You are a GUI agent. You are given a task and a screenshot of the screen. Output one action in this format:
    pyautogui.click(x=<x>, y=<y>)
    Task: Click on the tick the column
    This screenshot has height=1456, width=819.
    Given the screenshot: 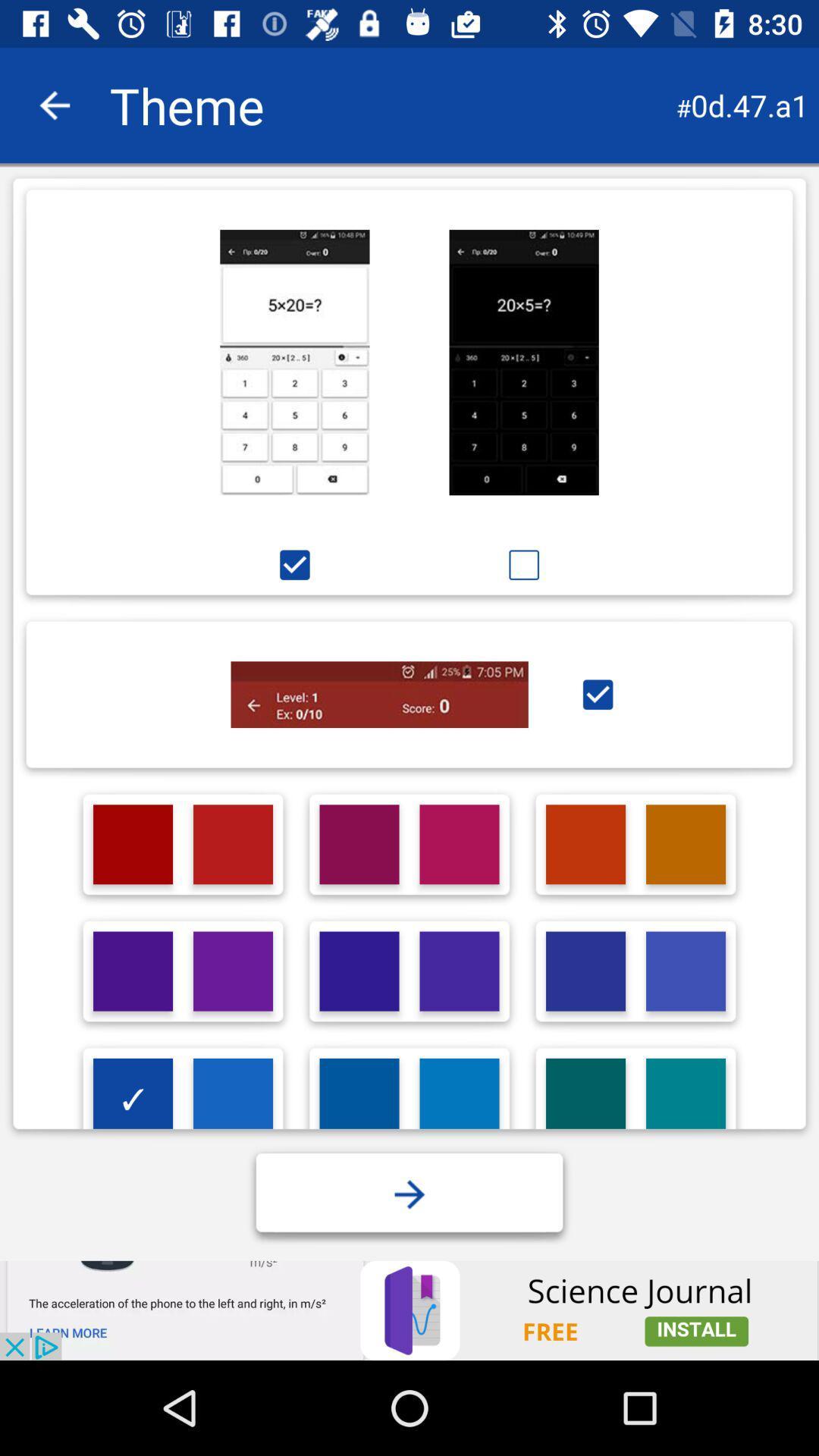 What is the action you would take?
    pyautogui.click(x=597, y=694)
    